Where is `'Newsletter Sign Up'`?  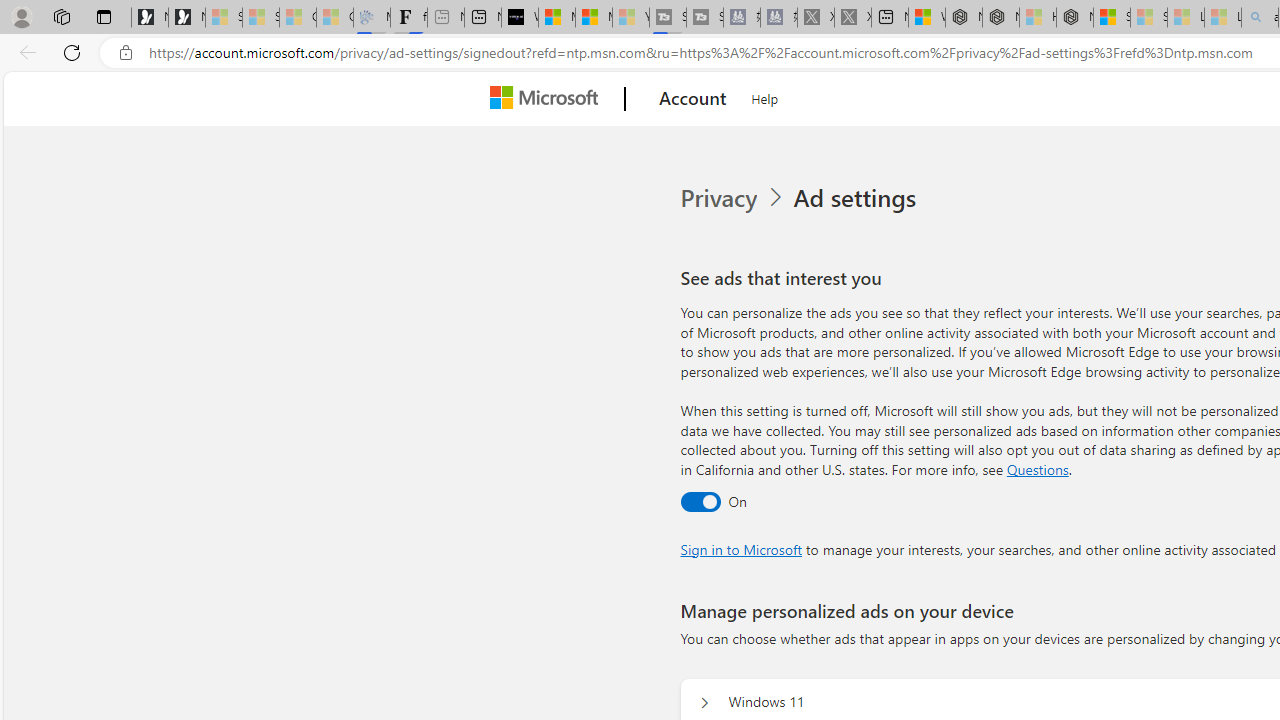
'Newsletter Sign Up' is located at coordinates (186, 17).